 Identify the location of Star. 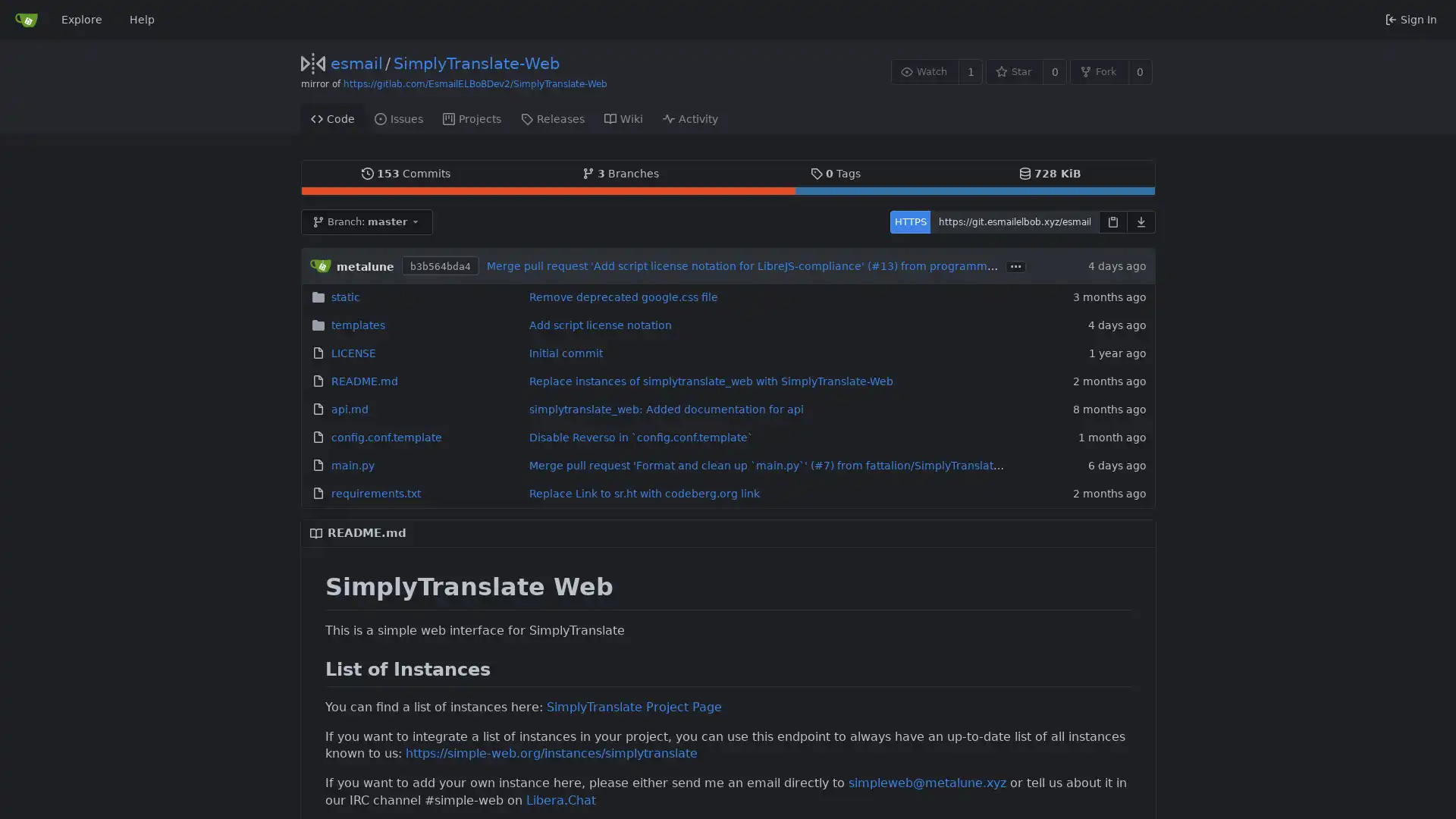
(1014, 71).